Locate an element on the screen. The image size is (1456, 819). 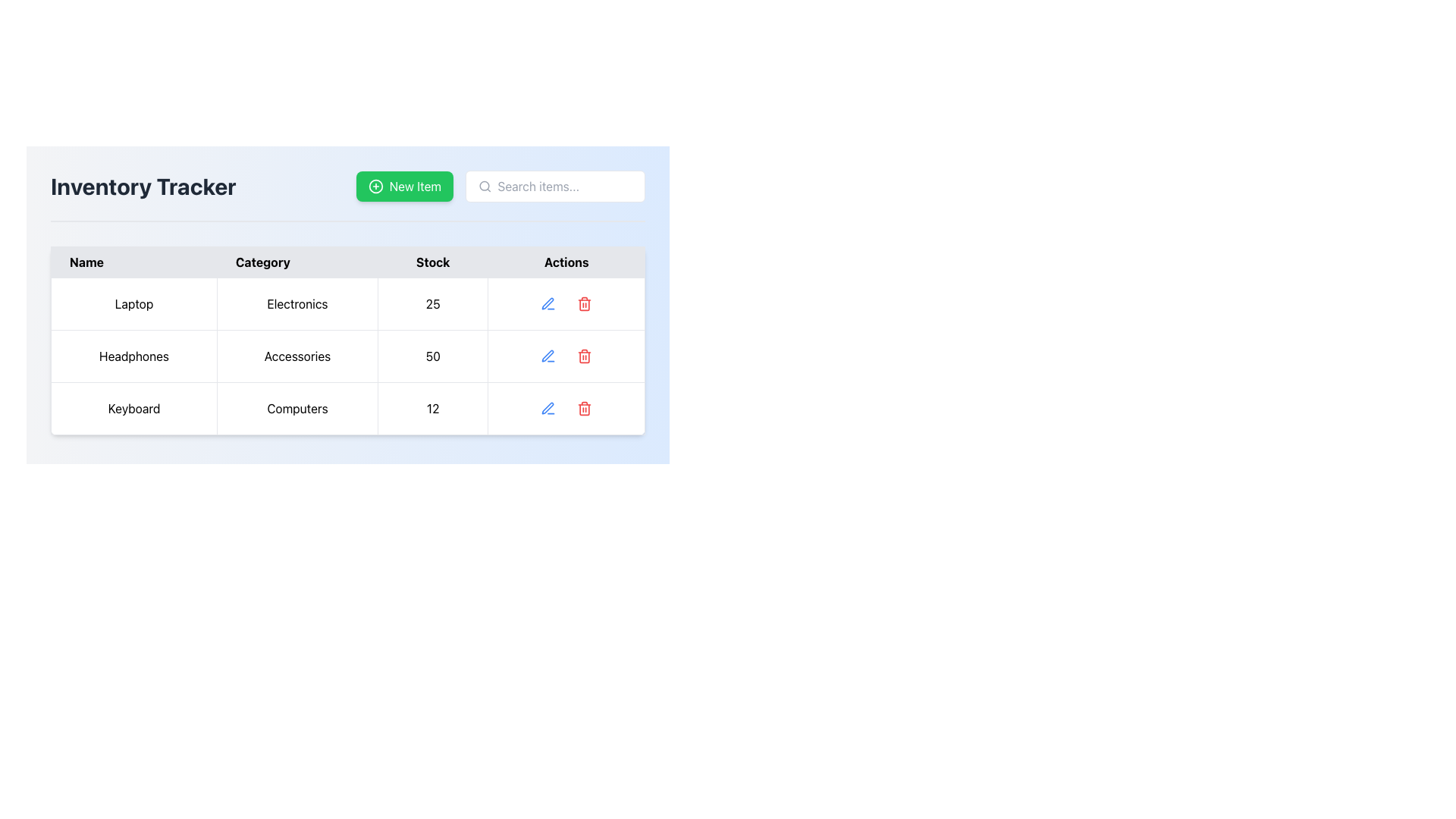
the static text field labeled 'Computers' located in the third row under the 'Category' column of the table is located at coordinates (297, 408).